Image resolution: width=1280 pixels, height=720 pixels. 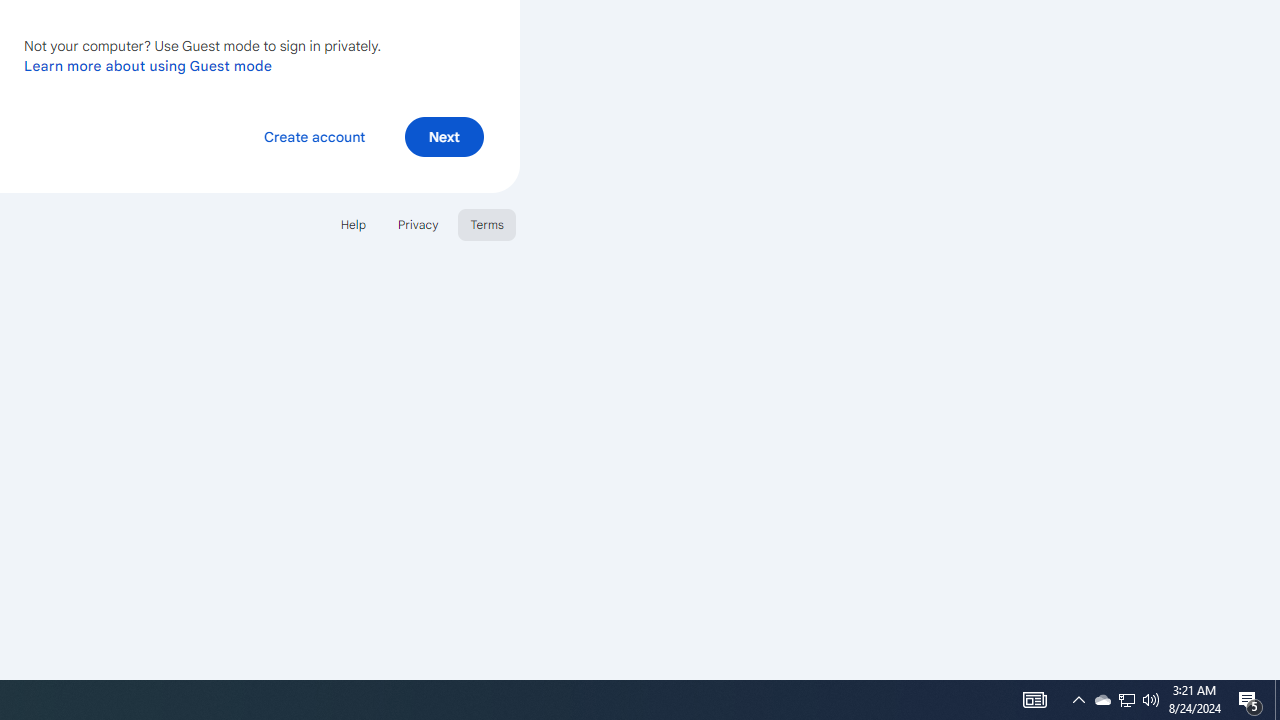 I want to click on 'Learn more about using Guest mode', so click(x=147, y=64).